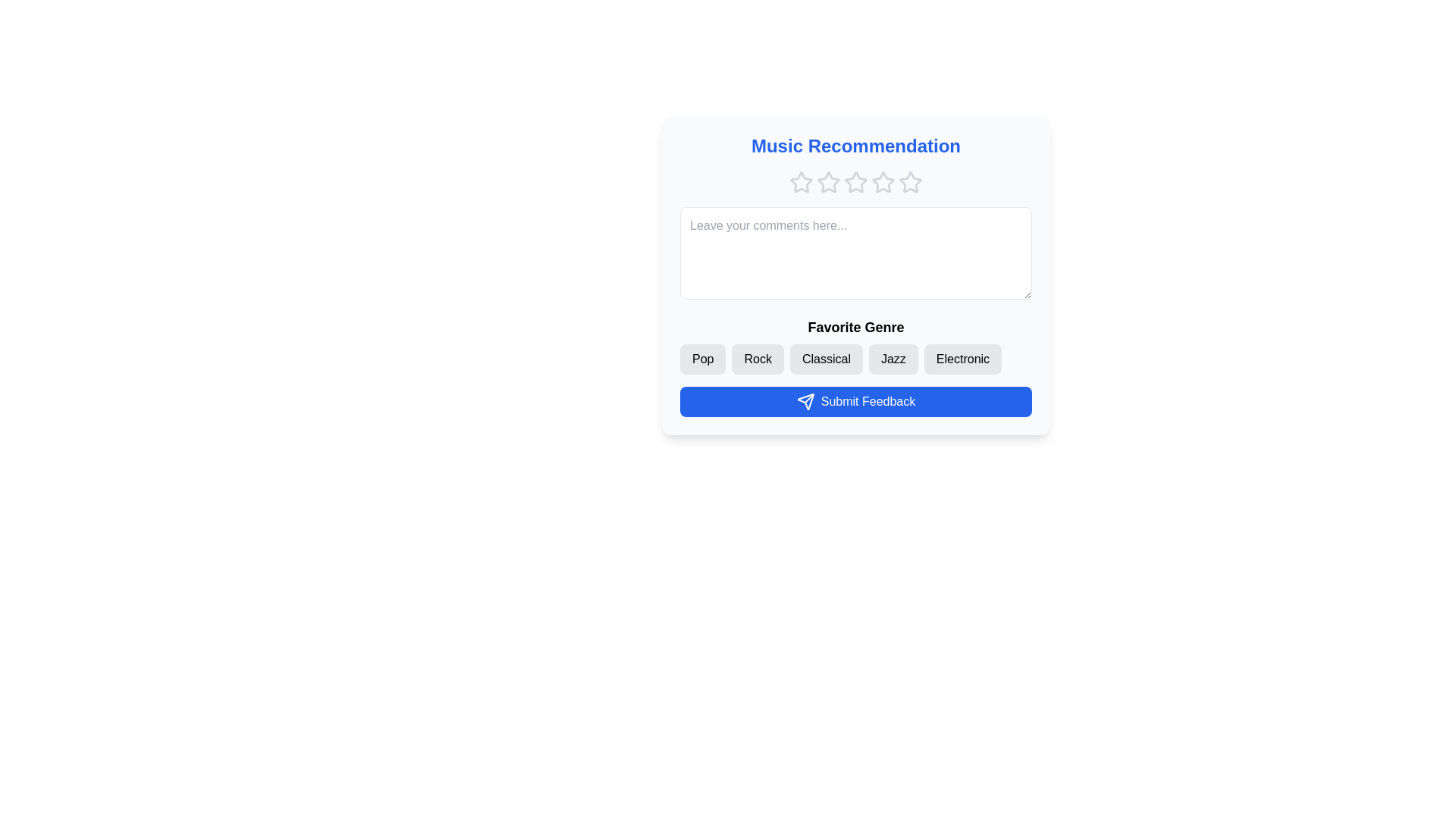  I want to click on the third star icon in the horizontal row of five stars in the 'Music Recommendation' section, so click(882, 180).